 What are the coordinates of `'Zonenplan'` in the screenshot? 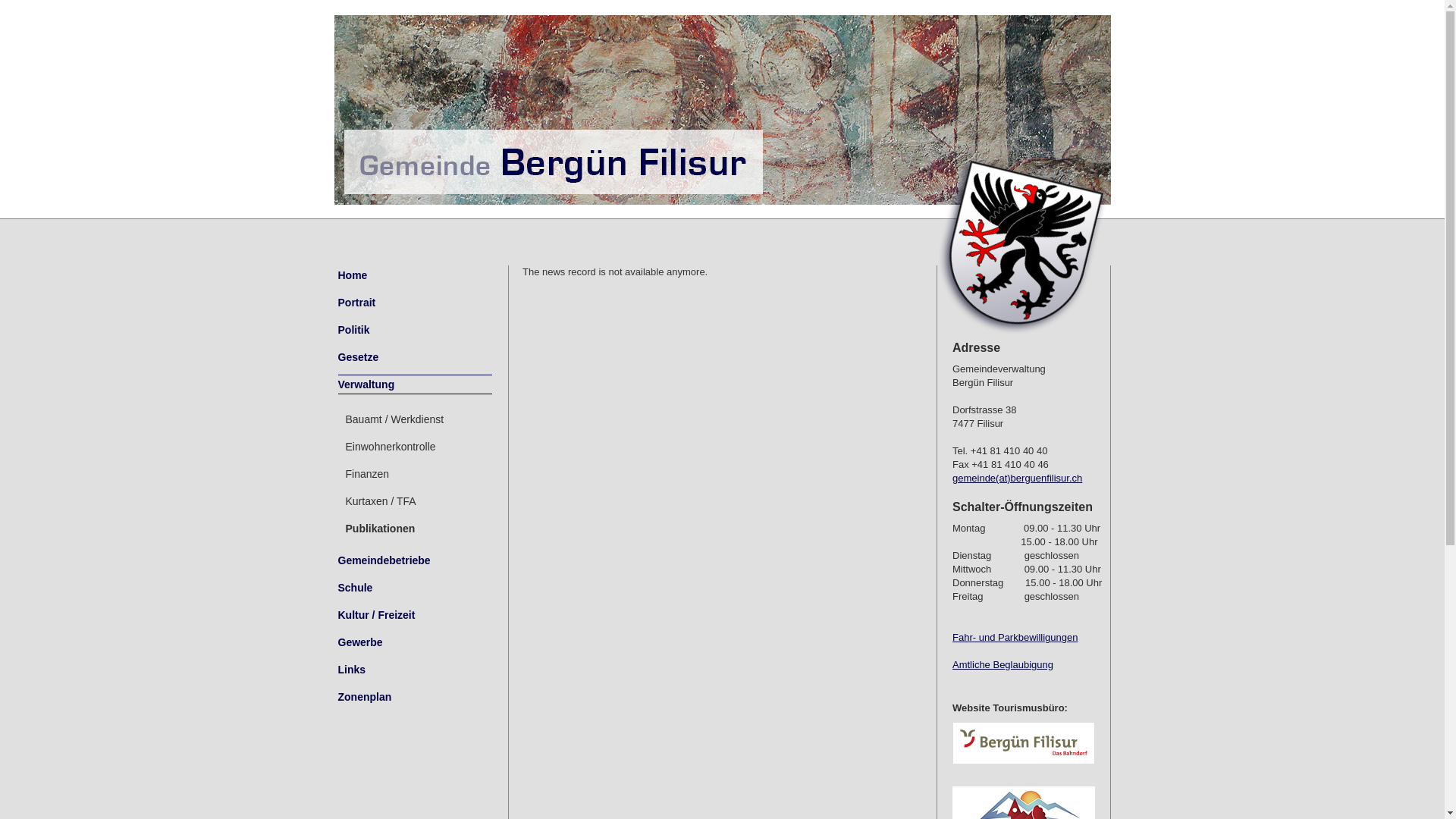 It's located at (415, 696).